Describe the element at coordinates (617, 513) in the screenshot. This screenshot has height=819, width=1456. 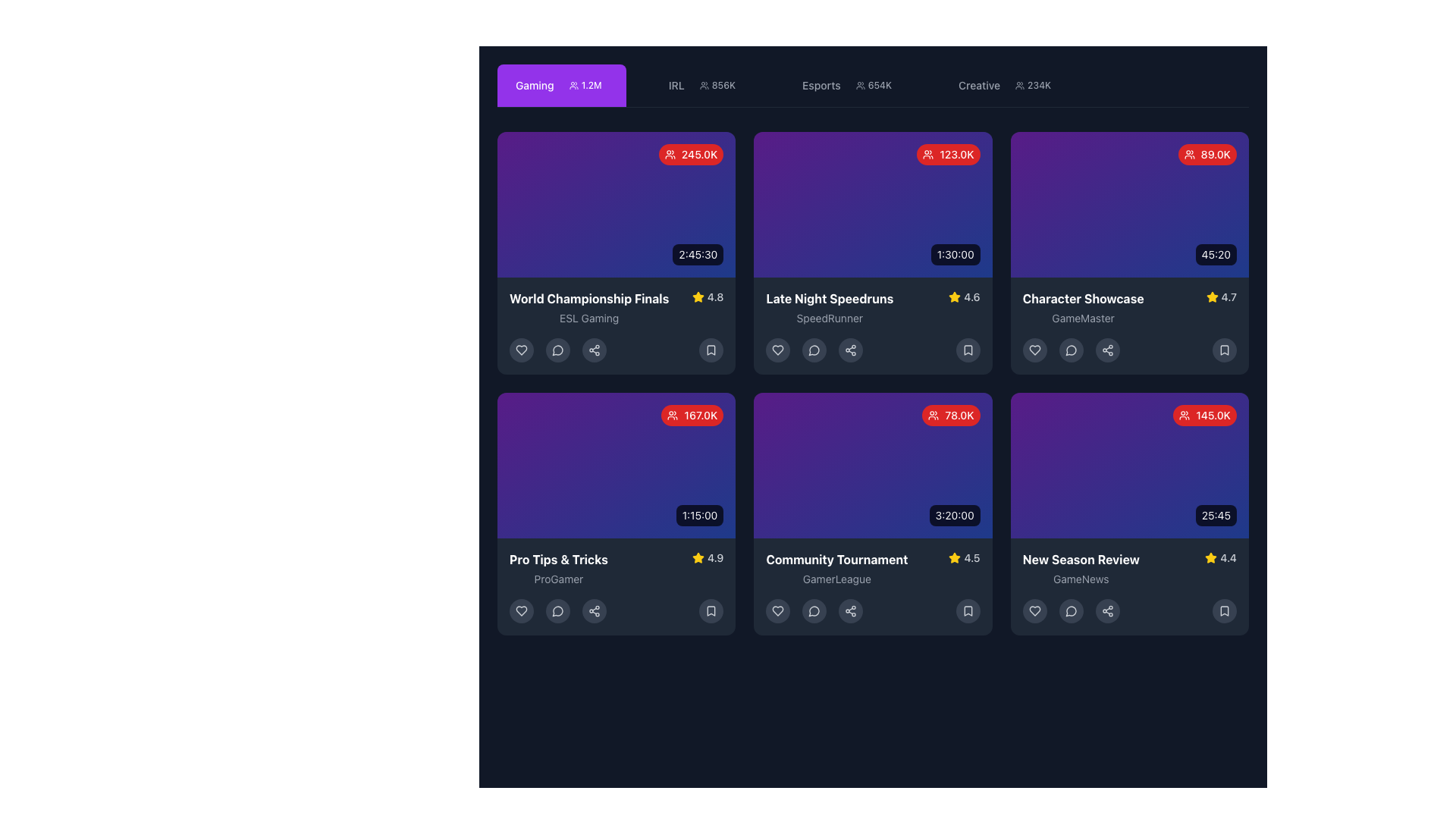
I see `the rectangular card with a purple and blue gradient background, which features a red badge with '167.0K' and a title 'Pro Tips & Tricks' in white bold text` at that location.